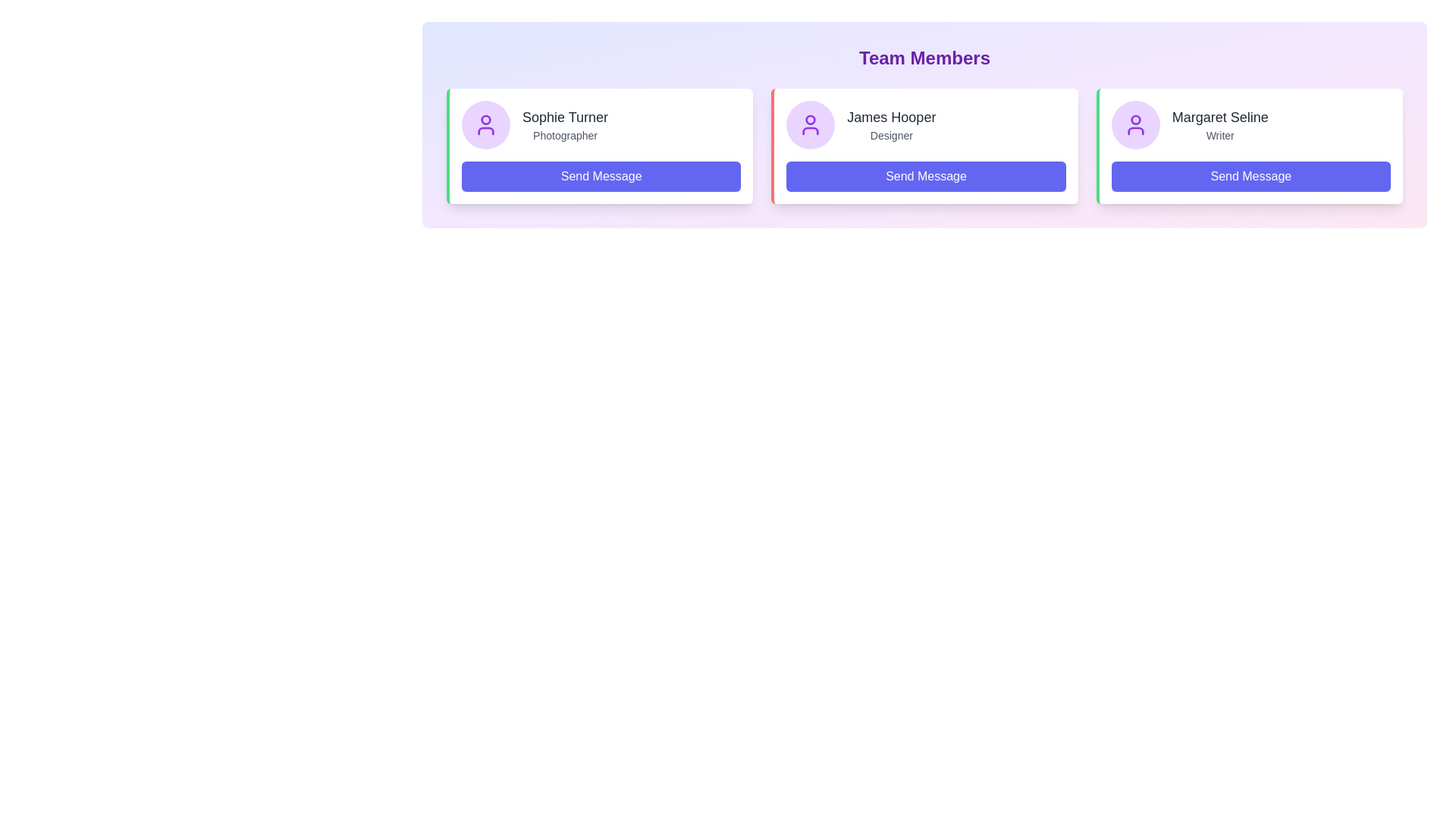  What do you see at coordinates (1135, 119) in the screenshot?
I see `the circular SVG shape representing the user's head in the profile icon for 'Margaret Seline, Writer' located on the right side of the interface` at bounding box center [1135, 119].